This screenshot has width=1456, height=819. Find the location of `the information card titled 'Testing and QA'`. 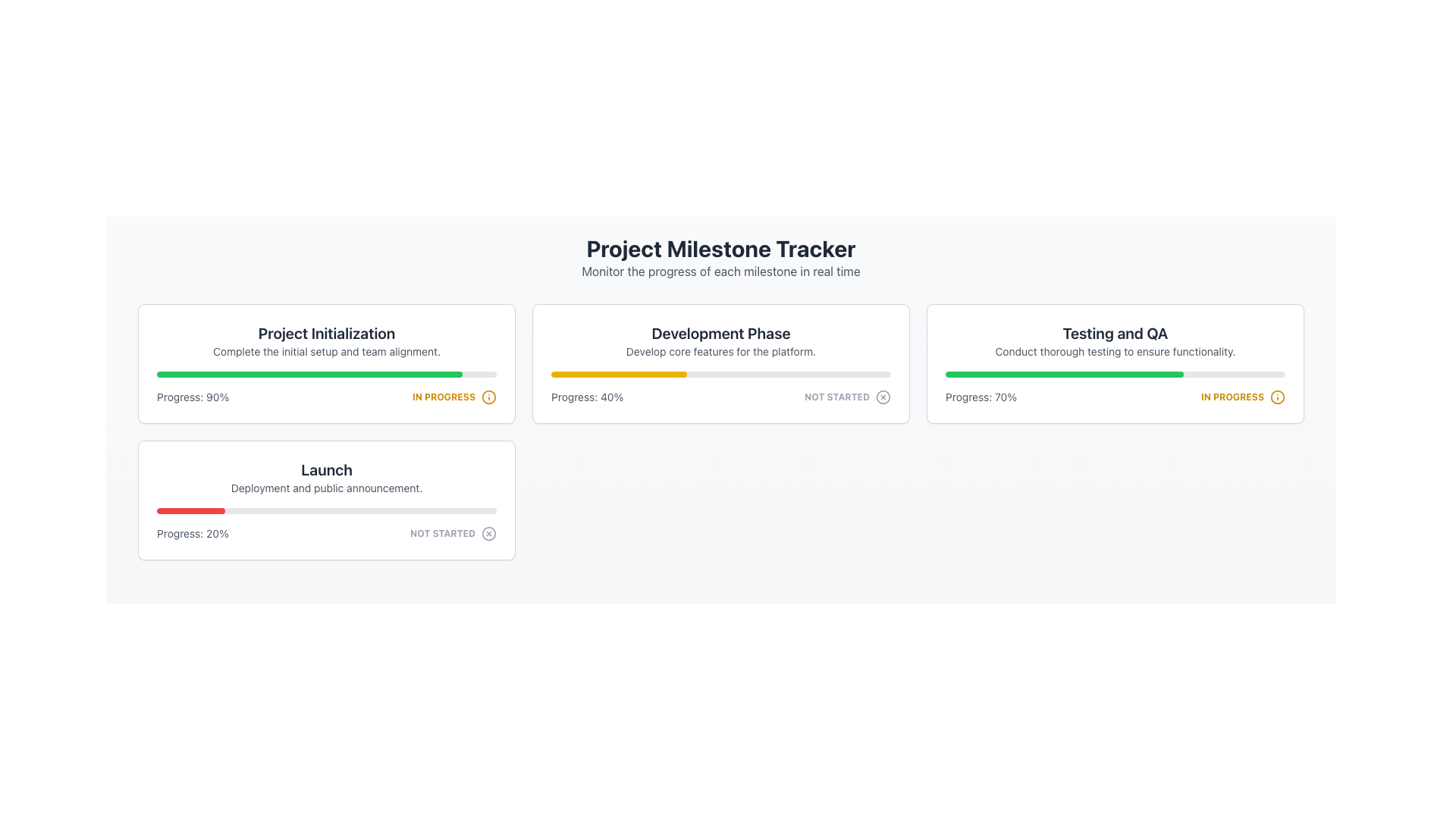

the information card titled 'Testing and QA' is located at coordinates (1115, 363).